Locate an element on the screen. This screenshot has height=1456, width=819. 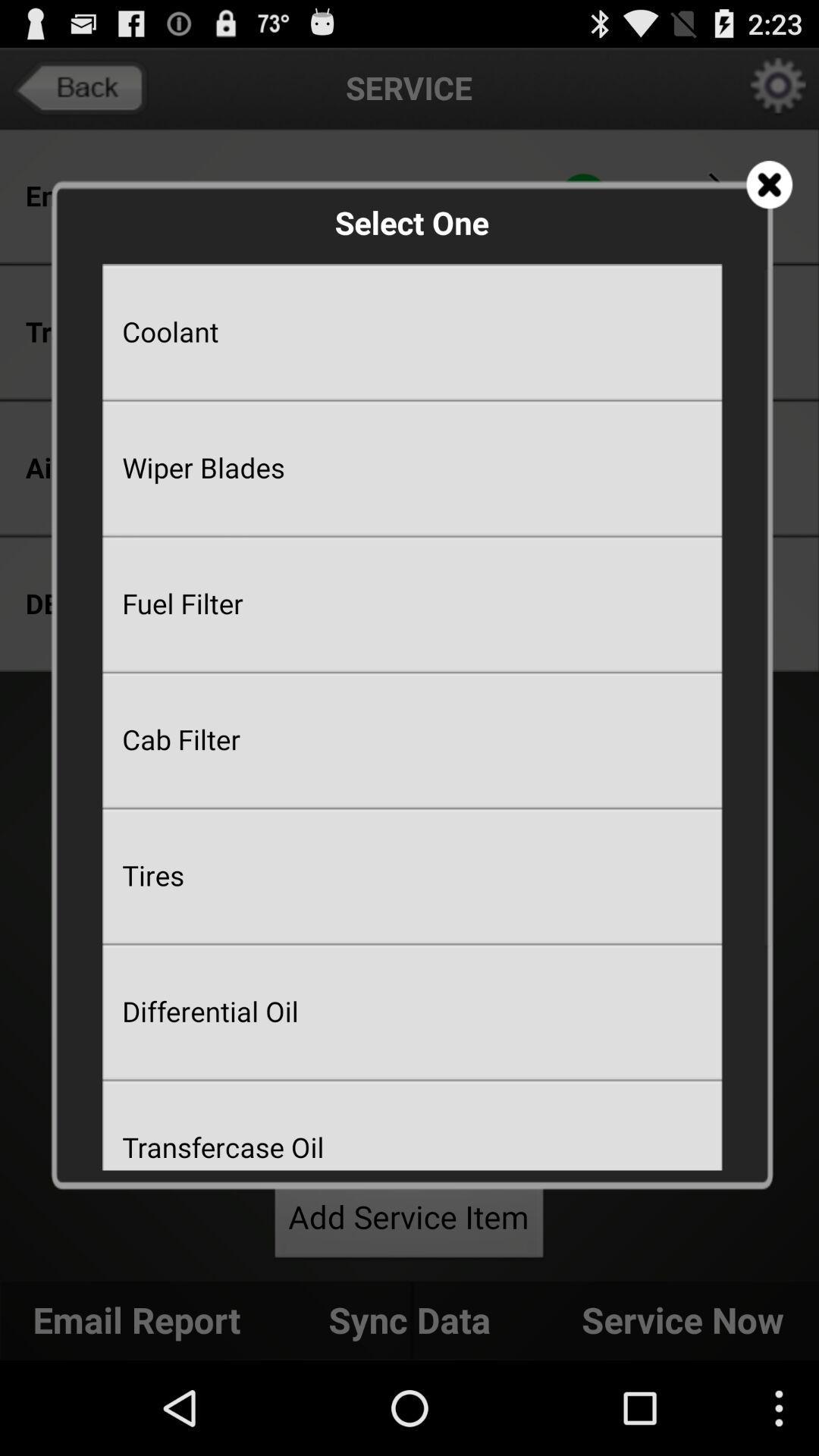
this section is located at coordinates (769, 184).